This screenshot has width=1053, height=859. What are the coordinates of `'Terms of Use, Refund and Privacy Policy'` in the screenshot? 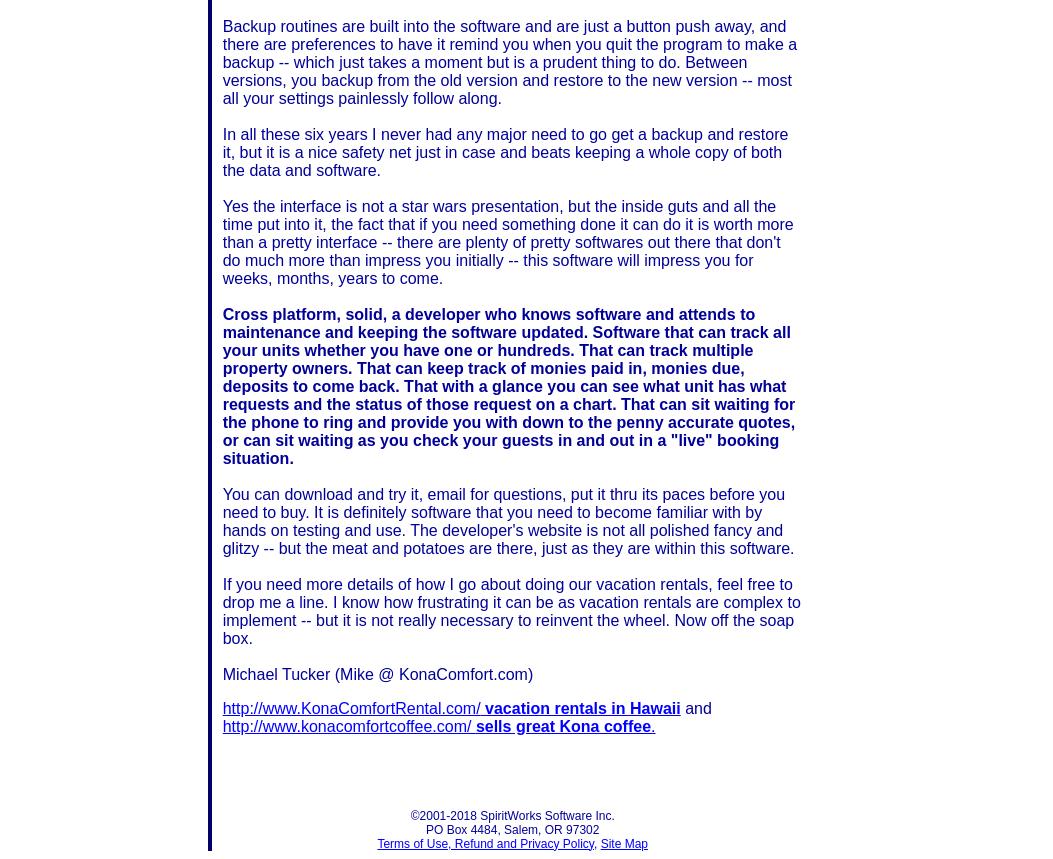 It's located at (485, 842).